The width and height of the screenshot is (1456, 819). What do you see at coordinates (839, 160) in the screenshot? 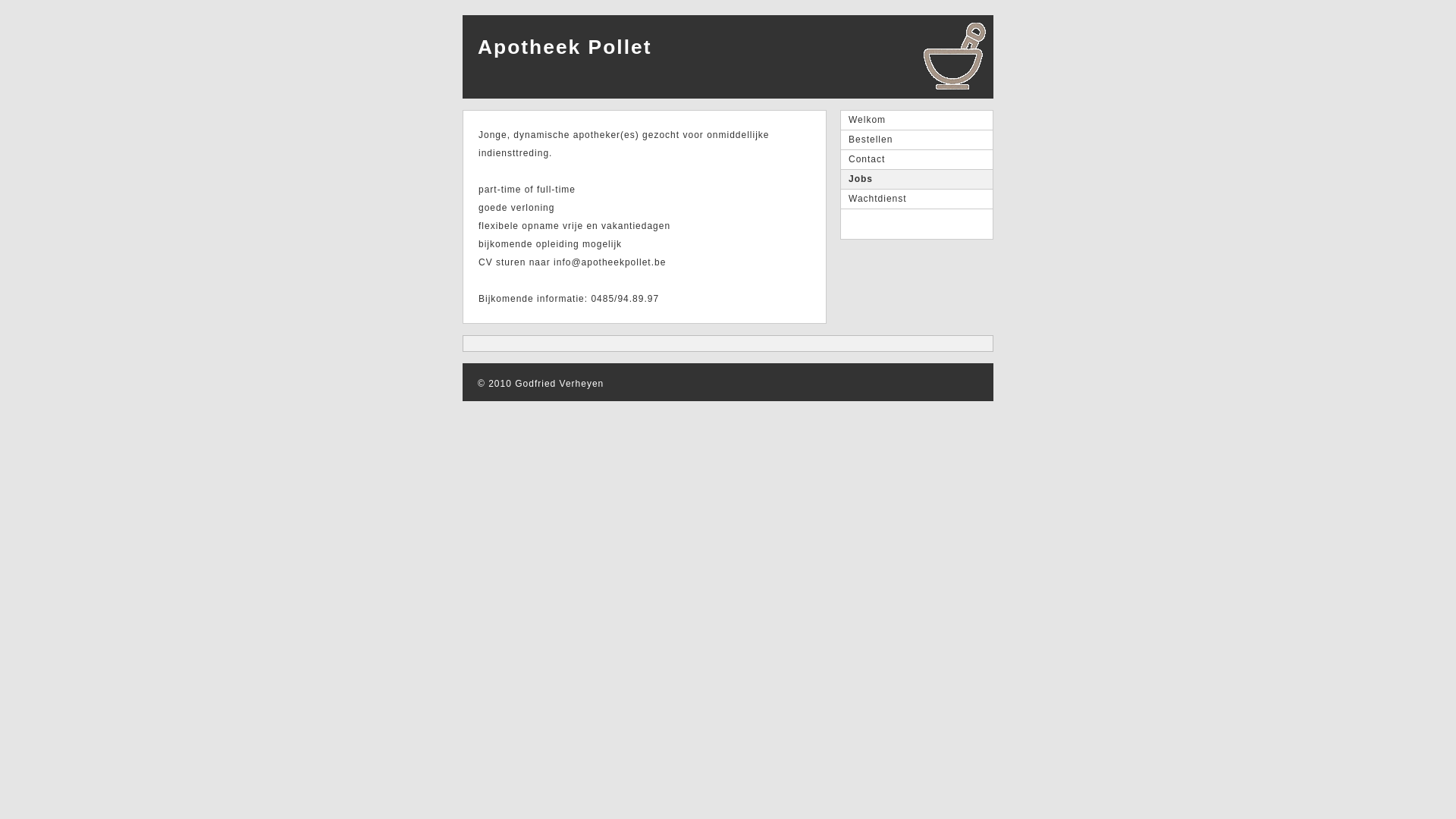
I see `'Contact'` at bounding box center [839, 160].